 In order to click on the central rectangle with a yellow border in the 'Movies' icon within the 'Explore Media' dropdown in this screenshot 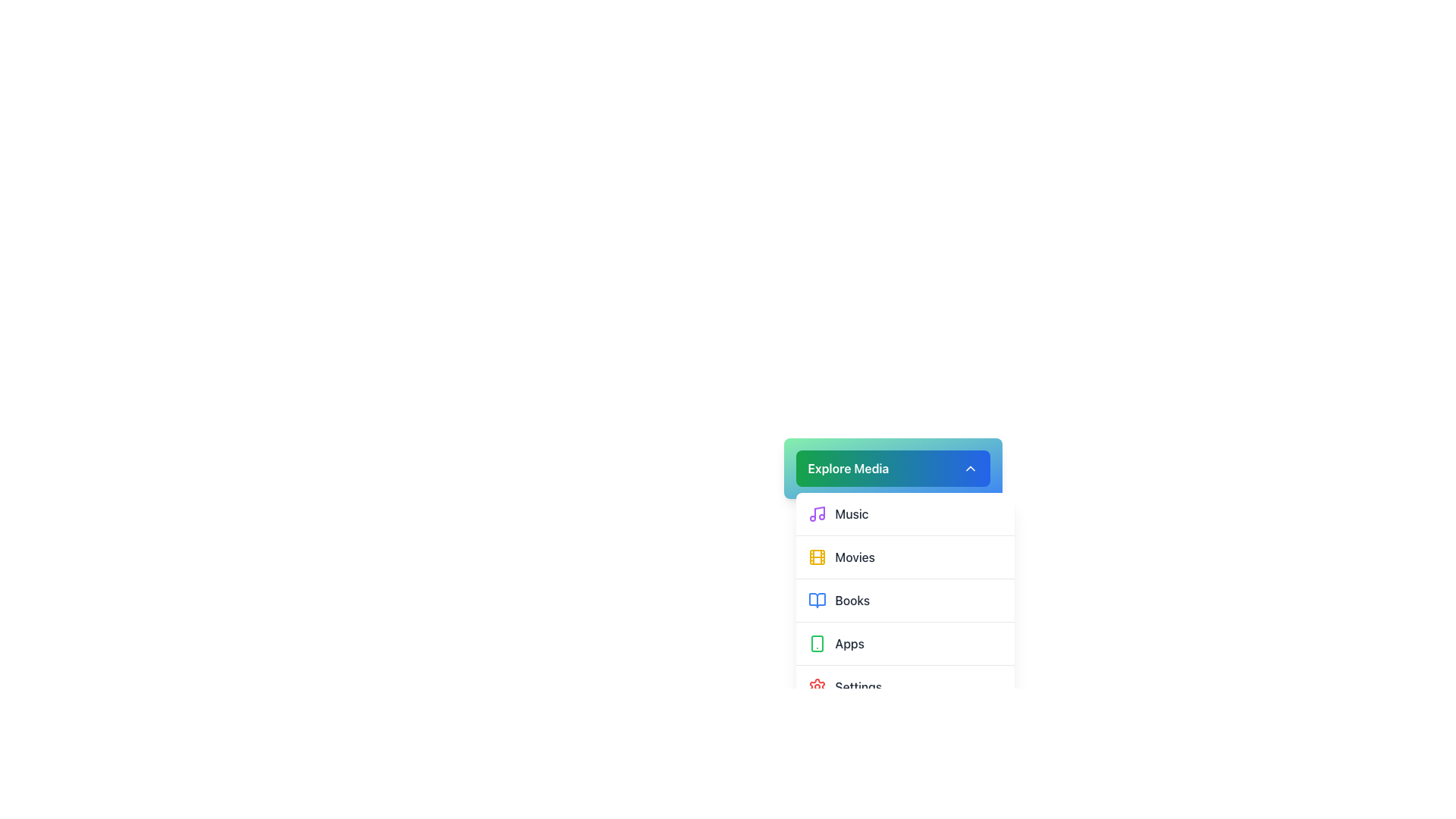, I will do `click(816, 557)`.